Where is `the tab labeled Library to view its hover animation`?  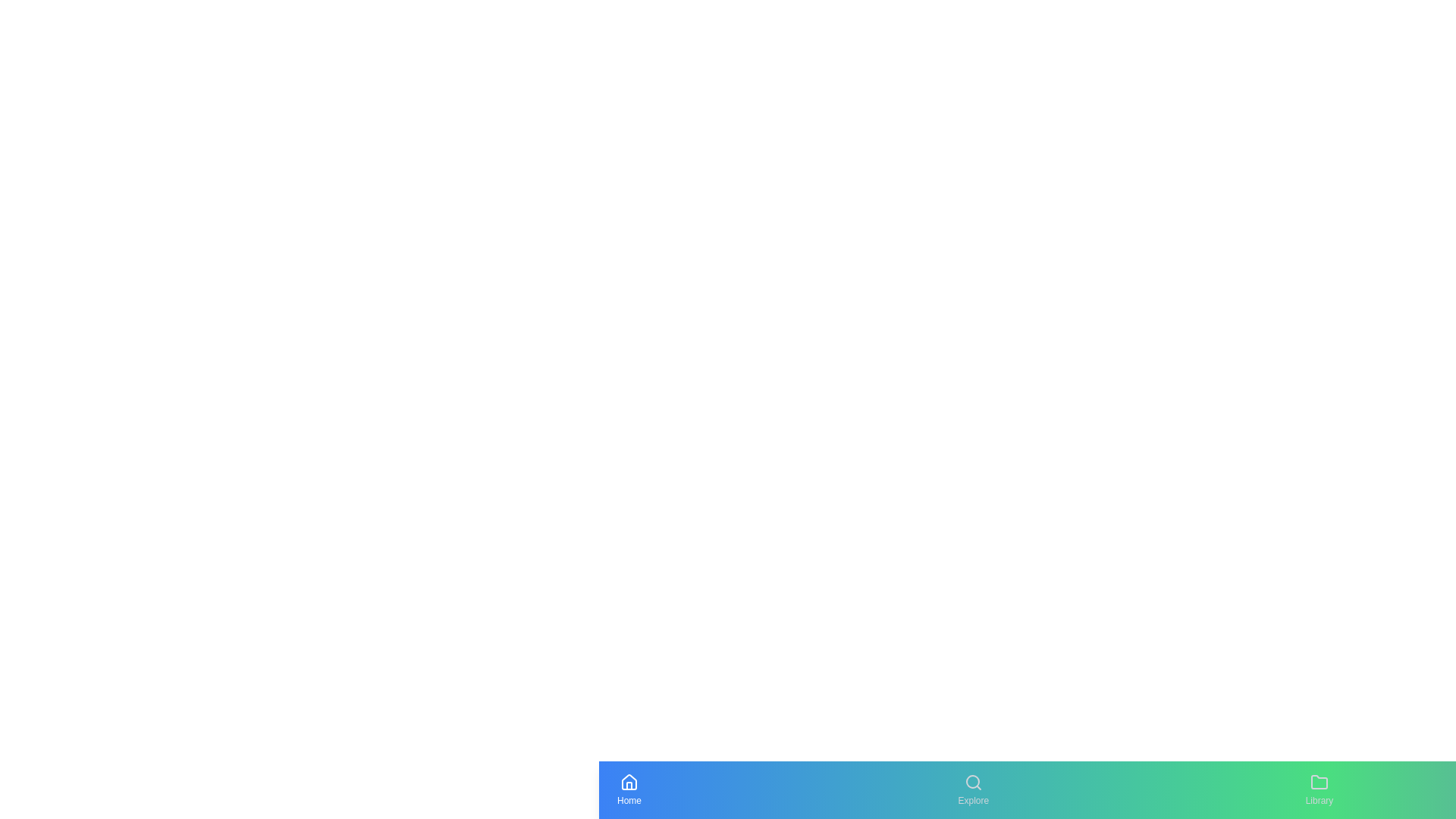 the tab labeled Library to view its hover animation is located at coordinates (1317, 789).